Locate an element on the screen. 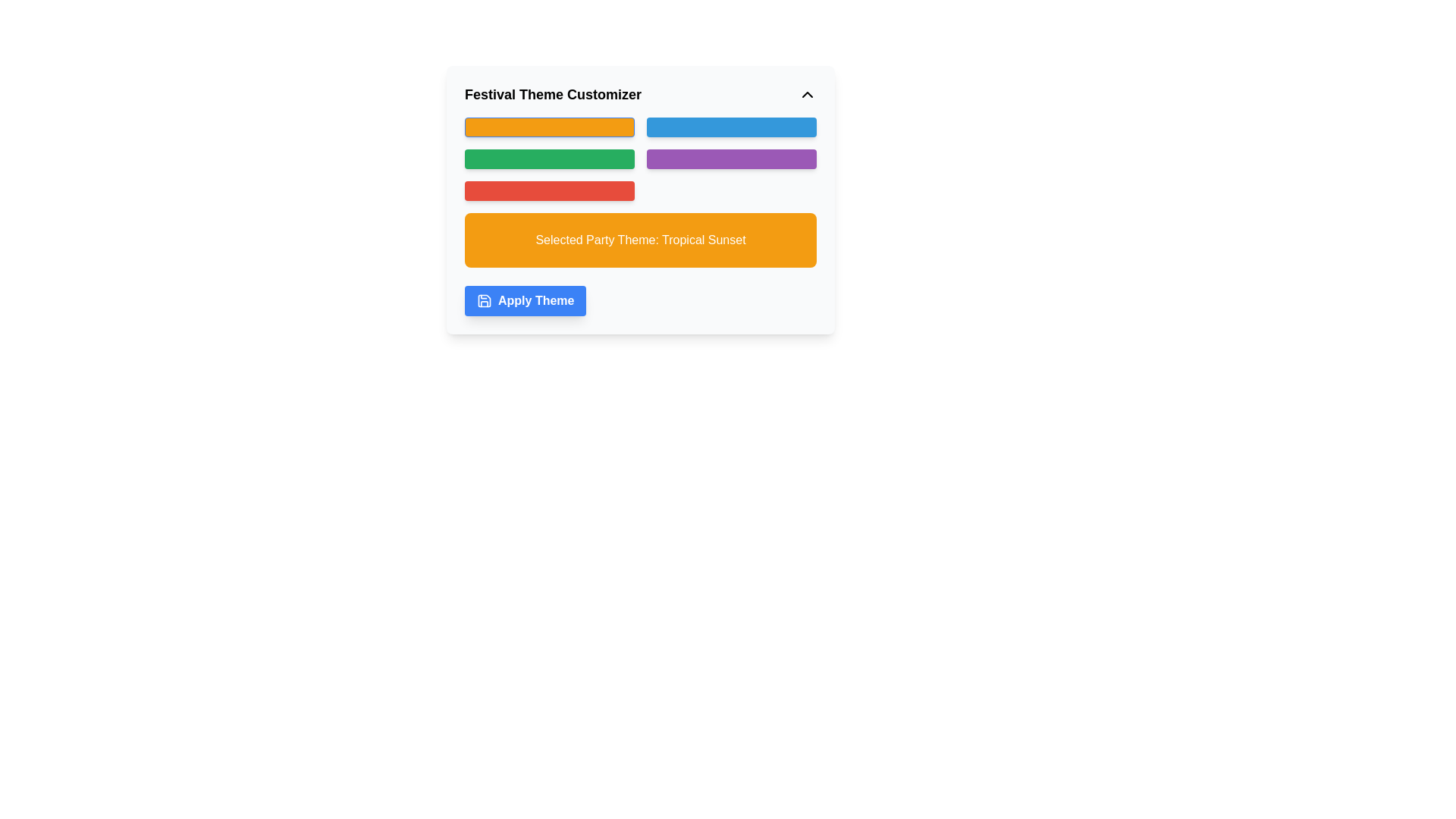  the text label stating 'Selected Party Theme: Tropical Sunset' which is styled with a bold, white font on an orange rectangular background is located at coordinates (640, 239).